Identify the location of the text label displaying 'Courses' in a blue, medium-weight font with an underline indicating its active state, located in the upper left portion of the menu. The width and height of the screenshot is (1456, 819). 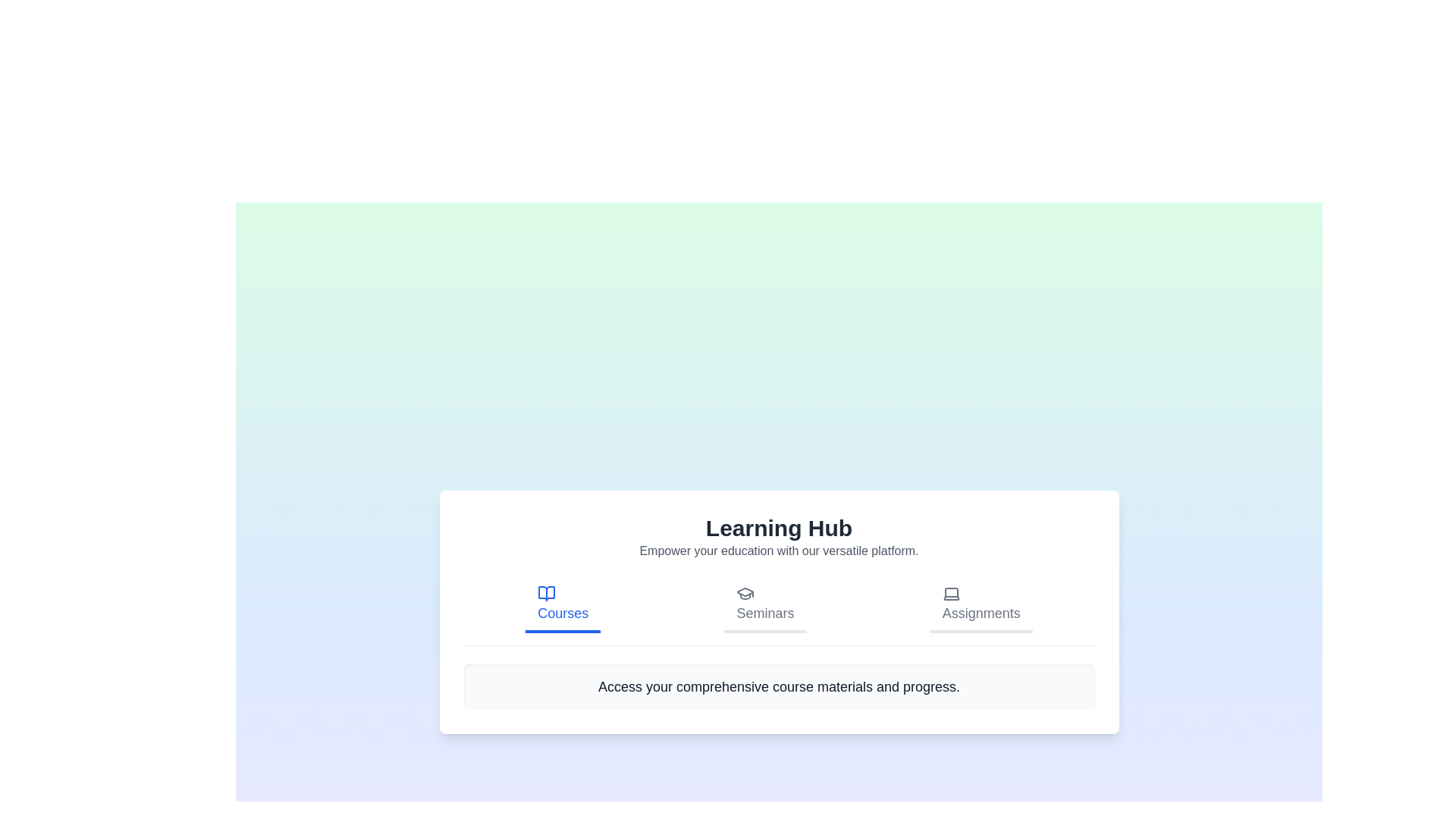
(562, 612).